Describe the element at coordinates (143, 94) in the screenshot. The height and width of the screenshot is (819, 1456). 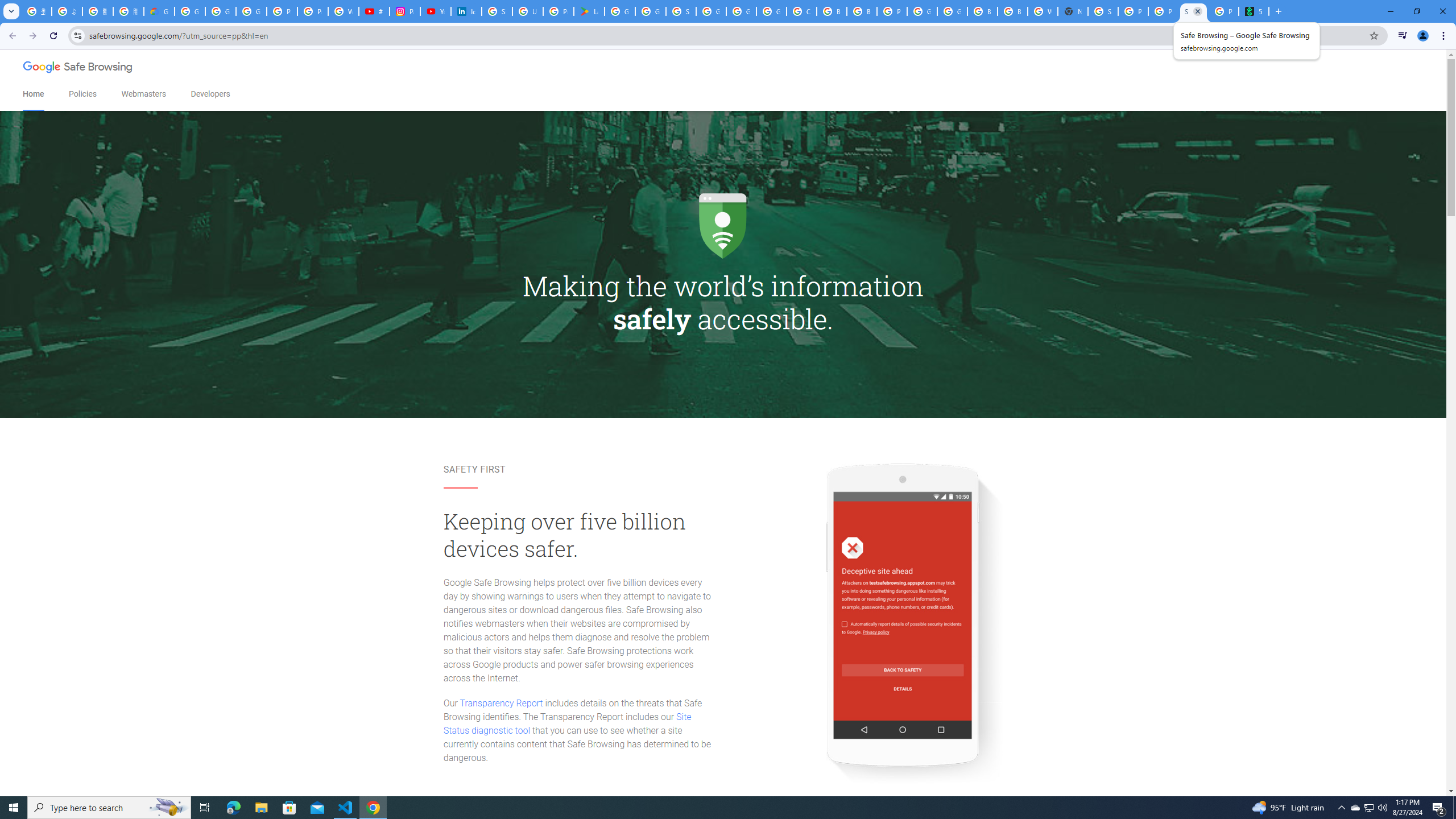
I see `'Webmasters'` at that location.